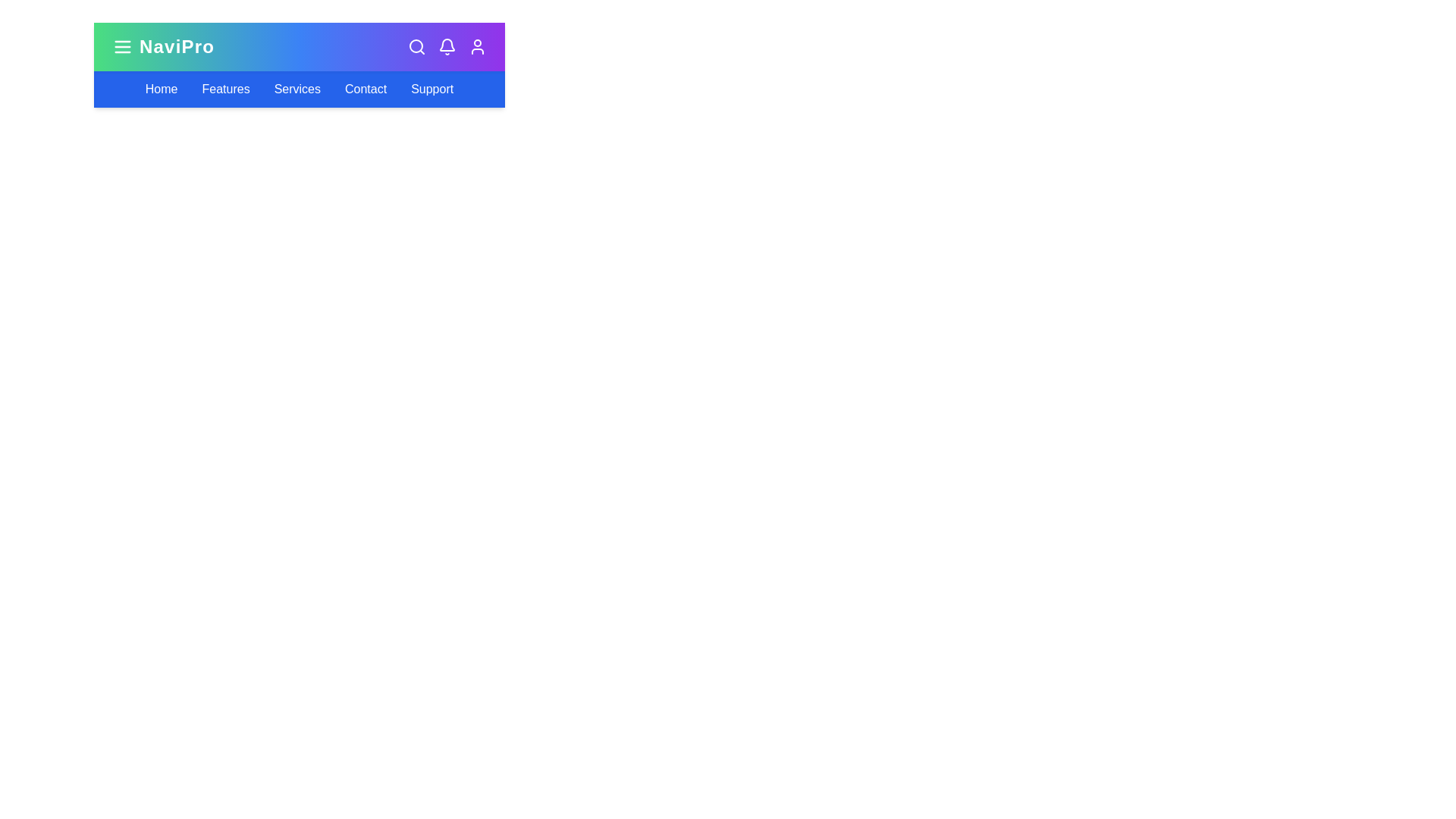 The image size is (1456, 819). I want to click on the navigation link Home to observe its hover effect, so click(161, 89).